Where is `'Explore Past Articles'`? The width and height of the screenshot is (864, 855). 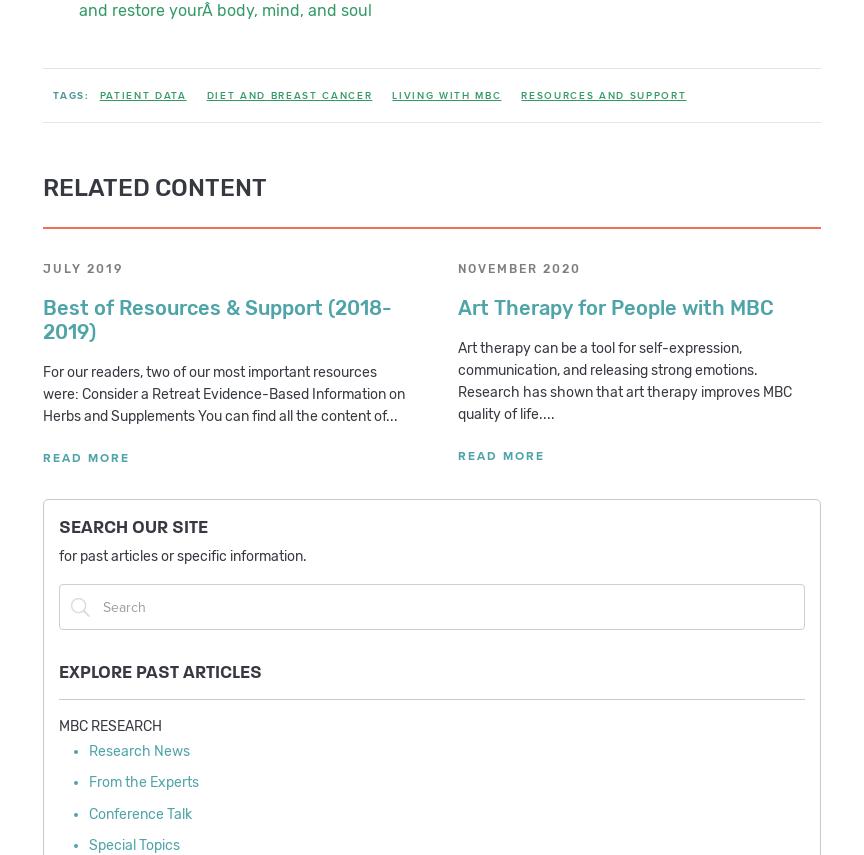
'Explore Past Articles' is located at coordinates (159, 672).